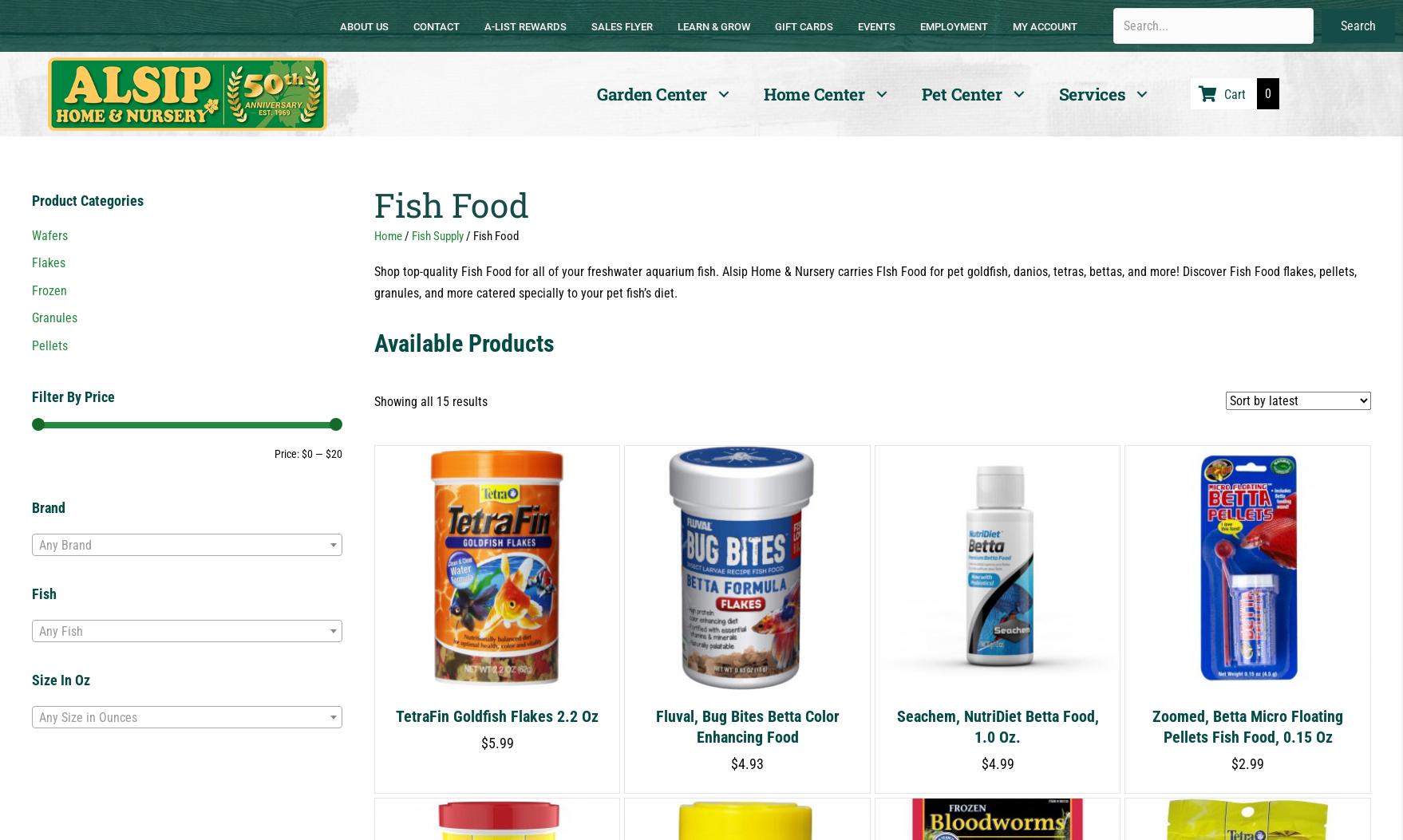  I want to click on 'Seachem, NutriDiet Betta Food, 1.0 oz.', so click(997, 725).